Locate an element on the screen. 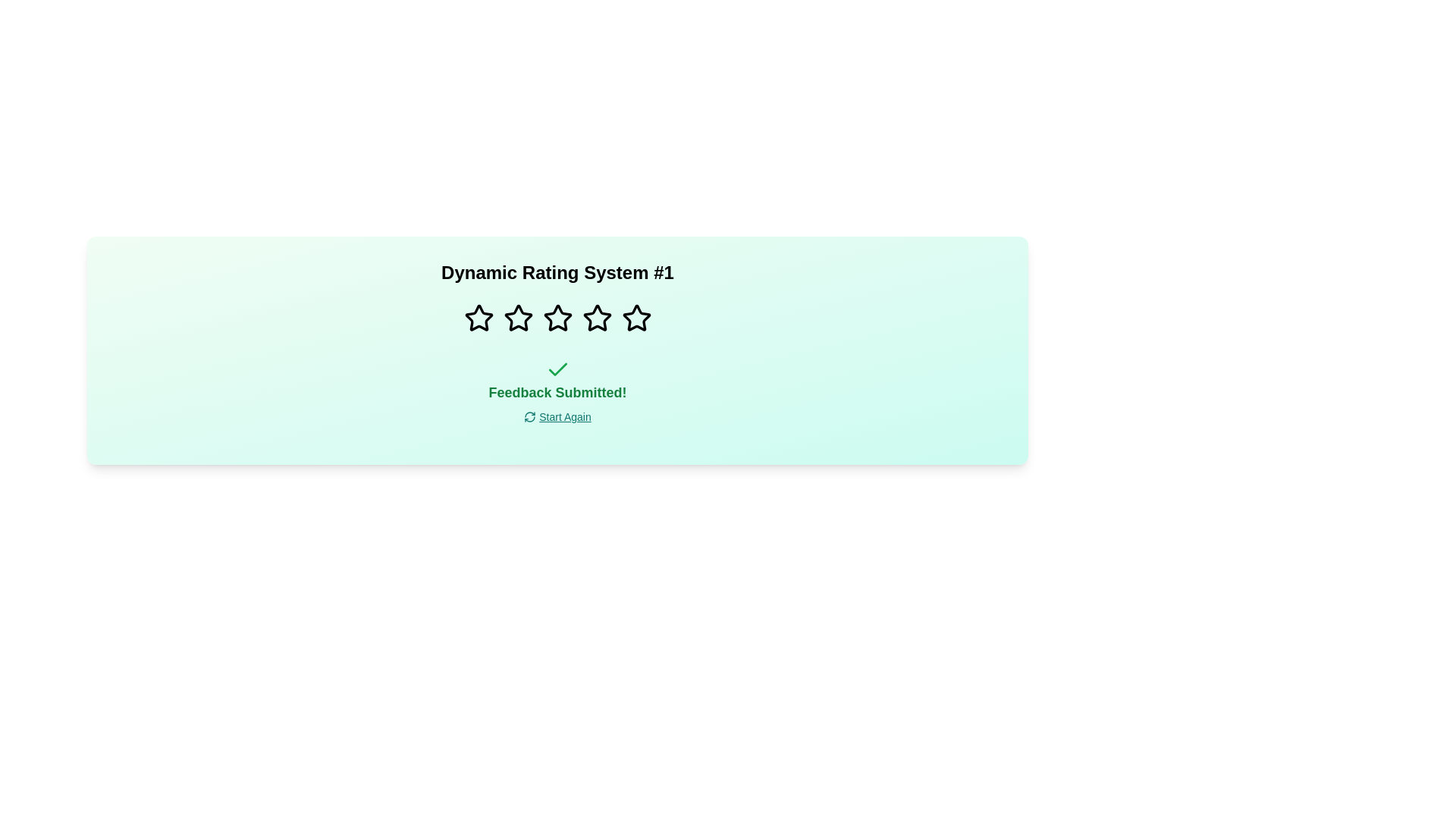 The width and height of the screenshot is (1456, 819). the first star icon in the rating system is located at coordinates (478, 317).